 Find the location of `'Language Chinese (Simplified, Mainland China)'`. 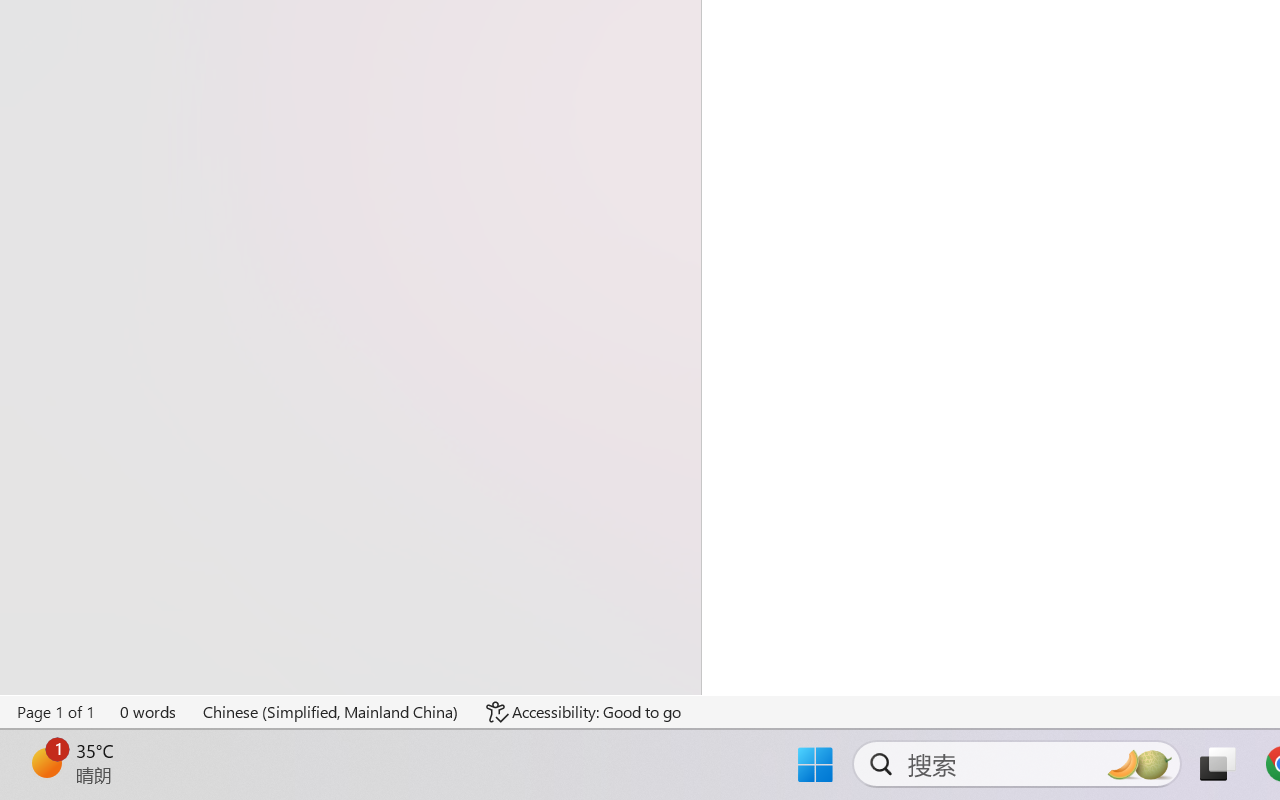

'Language Chinese (Simplified, Mainland China)' is located at coordinates (331, 711).